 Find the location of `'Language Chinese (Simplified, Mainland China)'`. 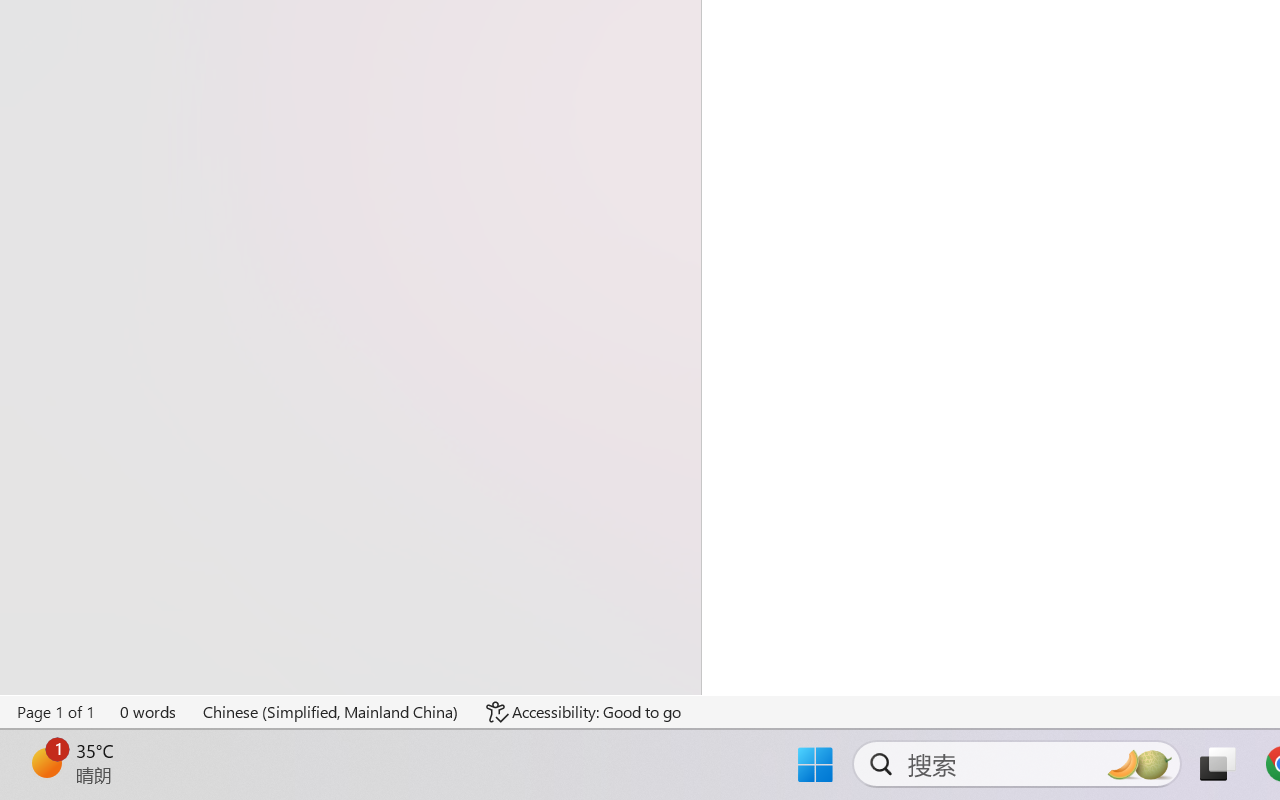

'Language Chinese (Simplified, Mainland China)' is located at coordinates (331, 711).